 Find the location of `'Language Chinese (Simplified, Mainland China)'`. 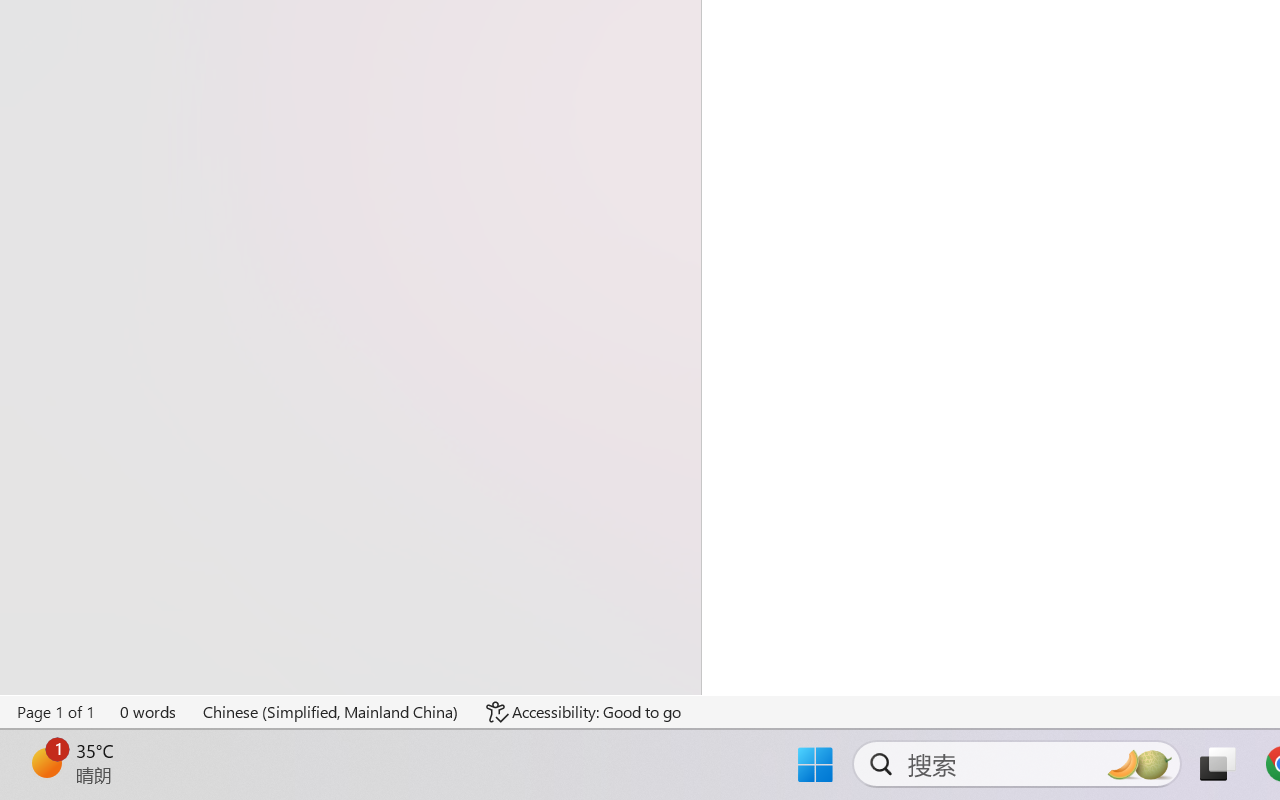

'Language Chinese (Simplified, Mainland China)' is located at coordinates (331, 711).